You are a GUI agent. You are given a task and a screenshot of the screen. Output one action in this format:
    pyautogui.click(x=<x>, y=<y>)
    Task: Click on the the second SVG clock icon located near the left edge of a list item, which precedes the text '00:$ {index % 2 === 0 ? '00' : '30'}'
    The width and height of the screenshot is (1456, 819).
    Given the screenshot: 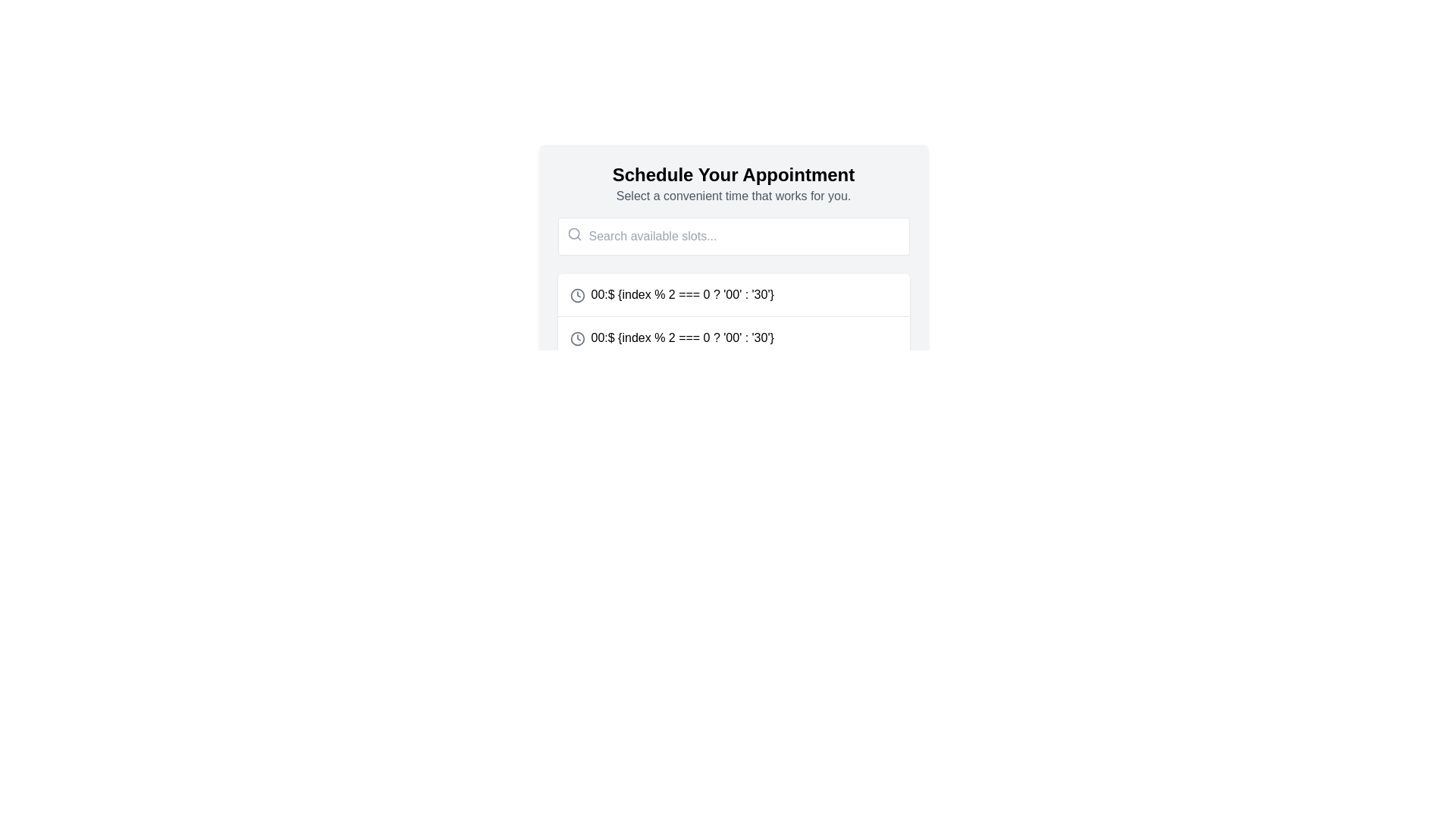 What is the action you would take?
    pyautogui.click(x=576, y=337)
    